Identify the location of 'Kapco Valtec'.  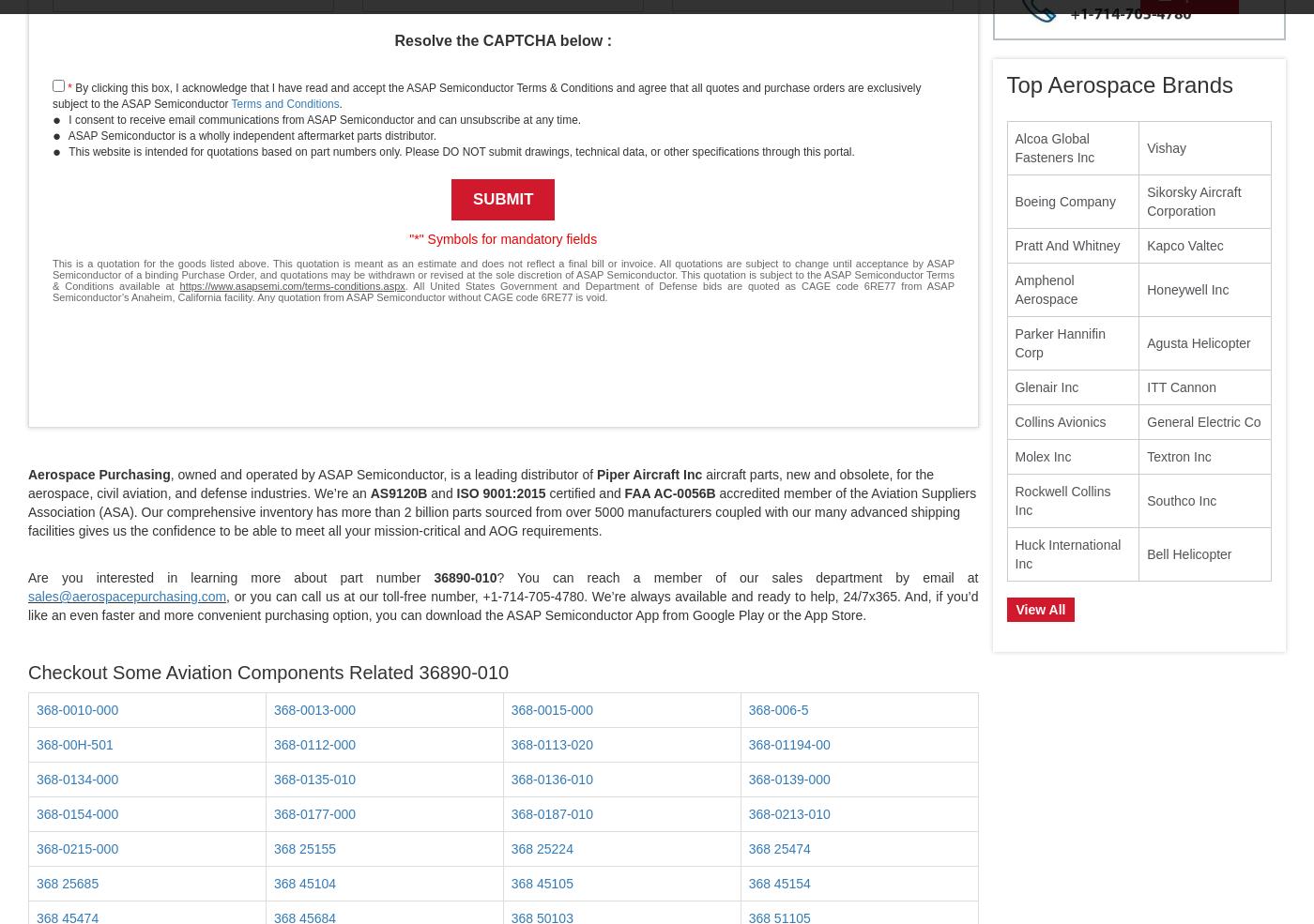
(1147, 245).